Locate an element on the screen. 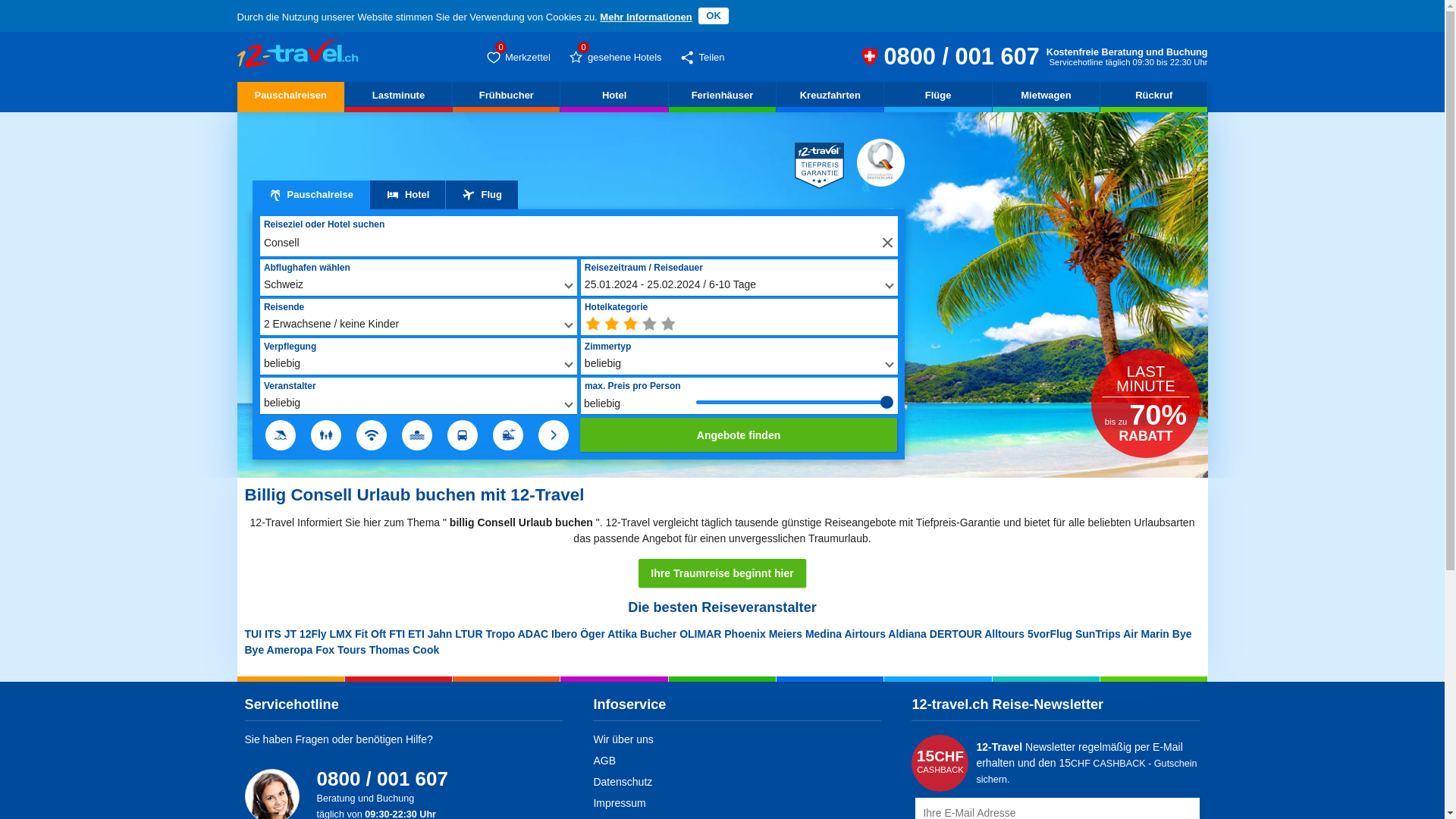 This screenshot has height=819, width=1456. 'LTUR' is located at coordinates (468, 634).